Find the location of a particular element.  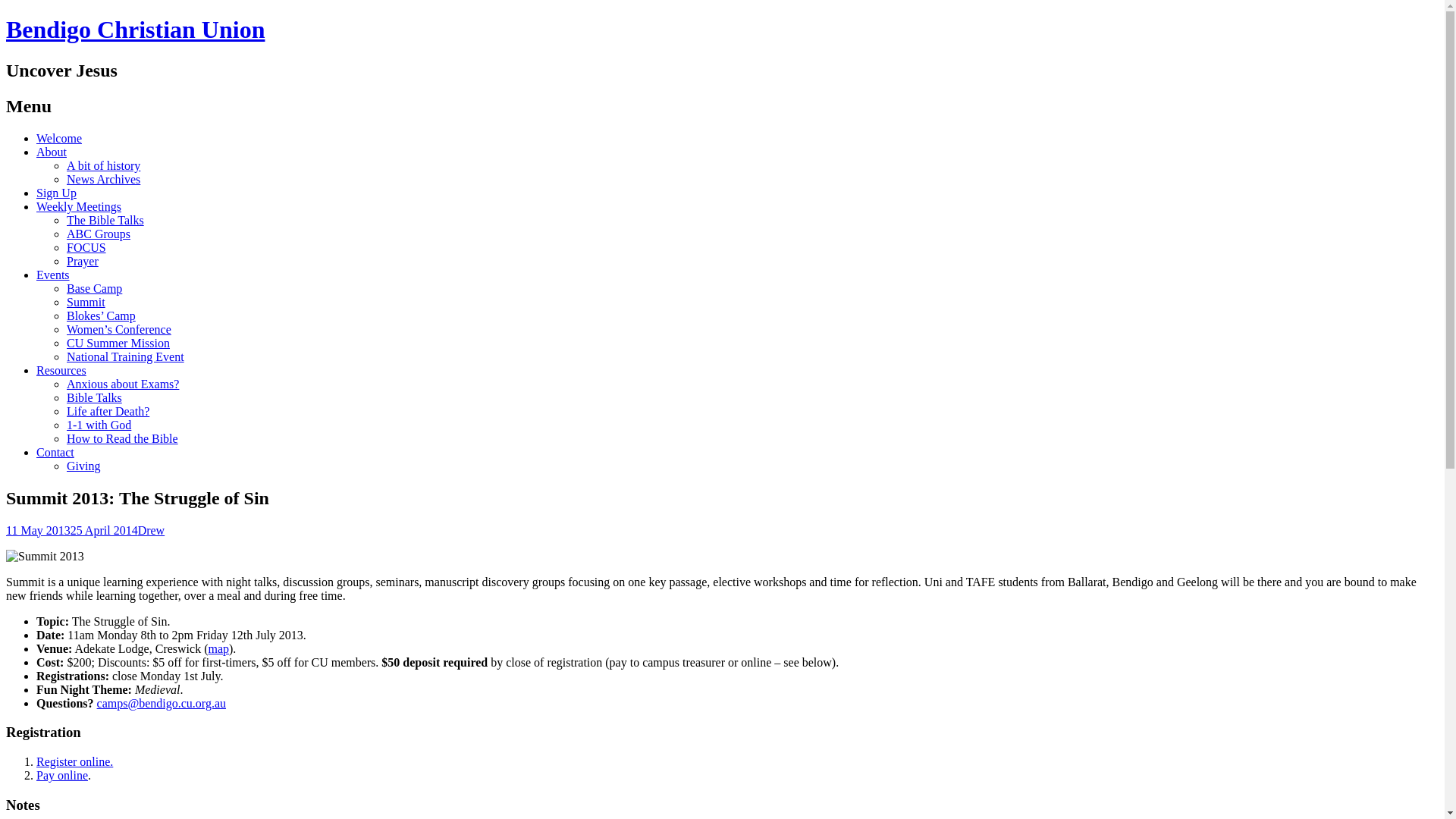

'Pay online' is located at coordinates (61, 775).